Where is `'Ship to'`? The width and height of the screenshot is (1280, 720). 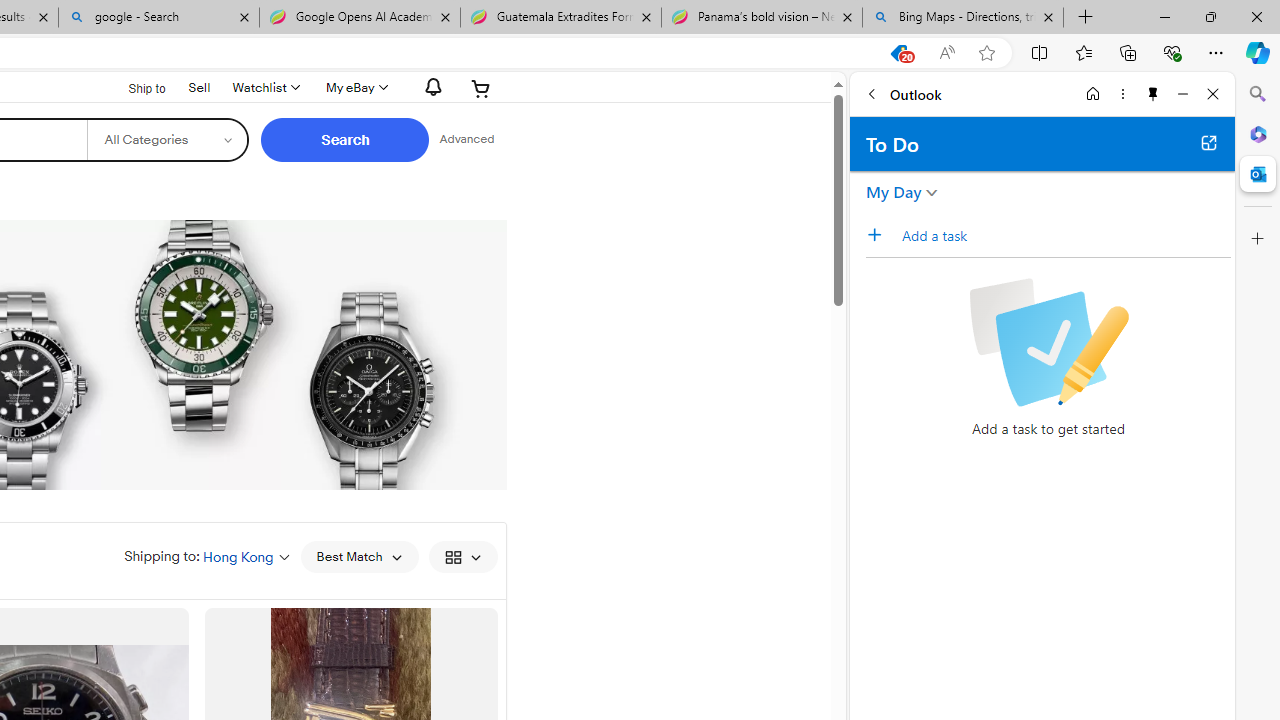
'Ship to' is located at coordinates (133, 86).